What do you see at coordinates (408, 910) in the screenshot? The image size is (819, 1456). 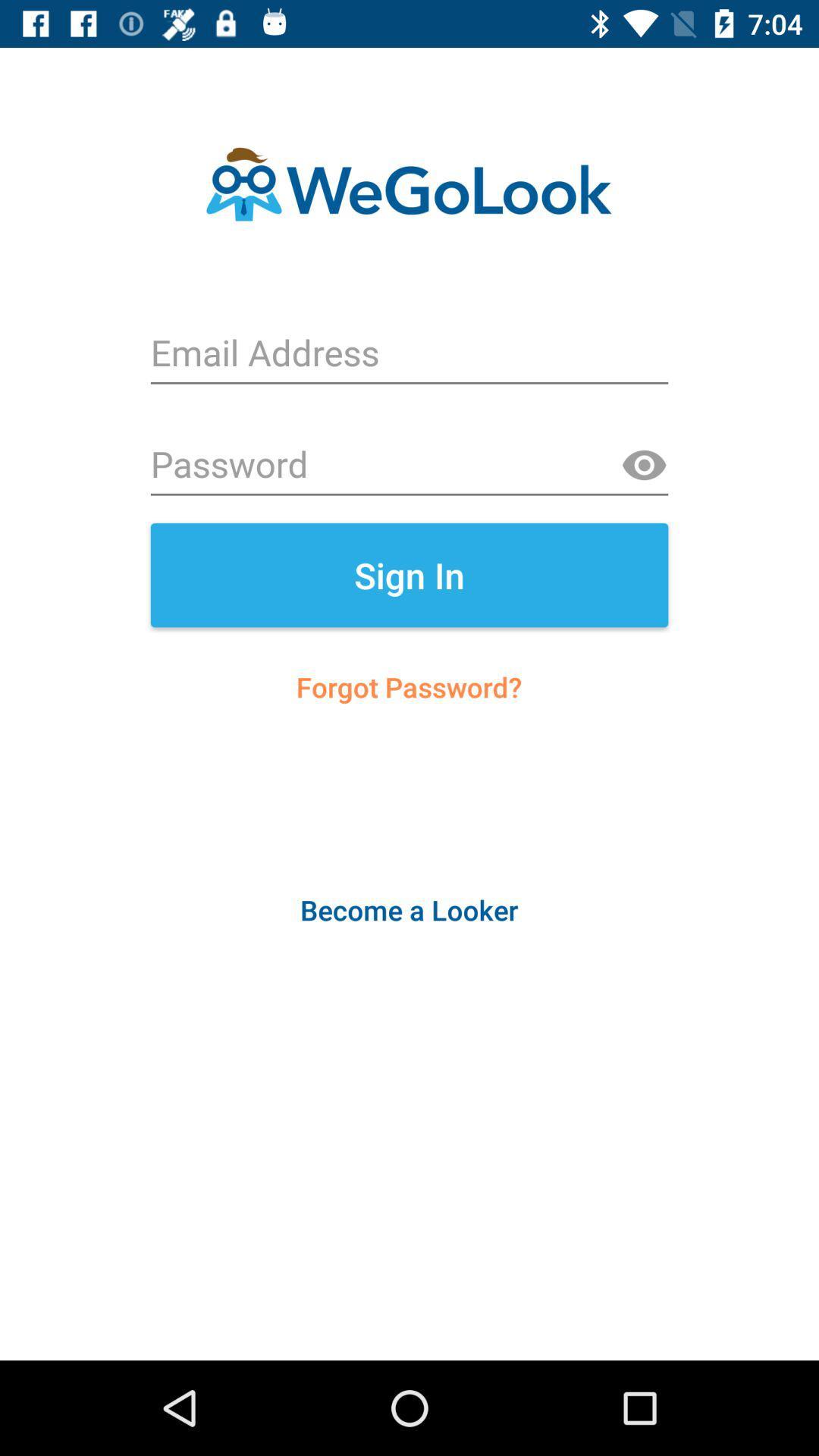 I see `item below forgot password?` at bounding box center [408, 910].